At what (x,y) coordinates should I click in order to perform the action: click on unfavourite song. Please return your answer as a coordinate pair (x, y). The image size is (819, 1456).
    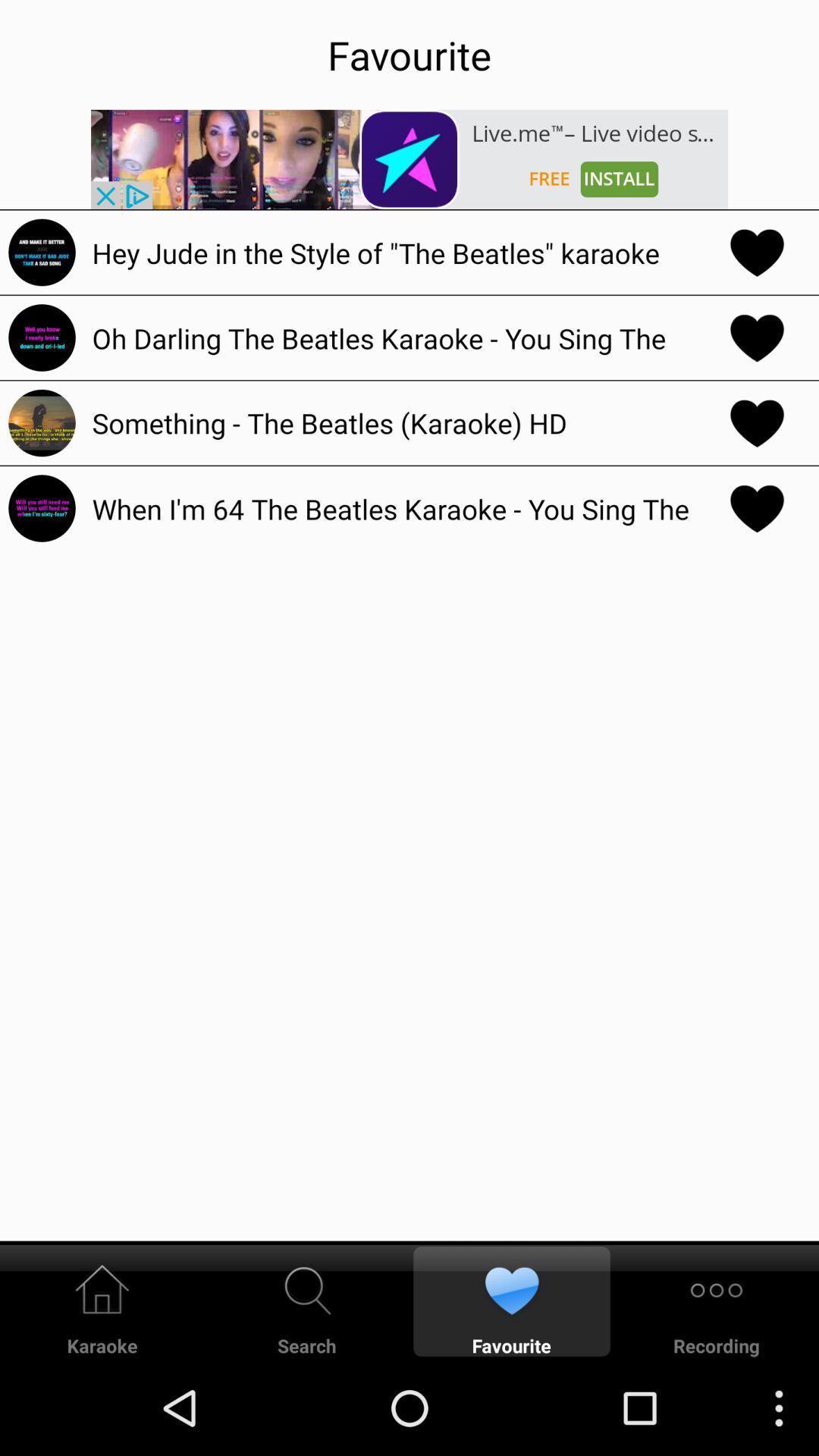
    Looking at the image, I should click on (757, 508).